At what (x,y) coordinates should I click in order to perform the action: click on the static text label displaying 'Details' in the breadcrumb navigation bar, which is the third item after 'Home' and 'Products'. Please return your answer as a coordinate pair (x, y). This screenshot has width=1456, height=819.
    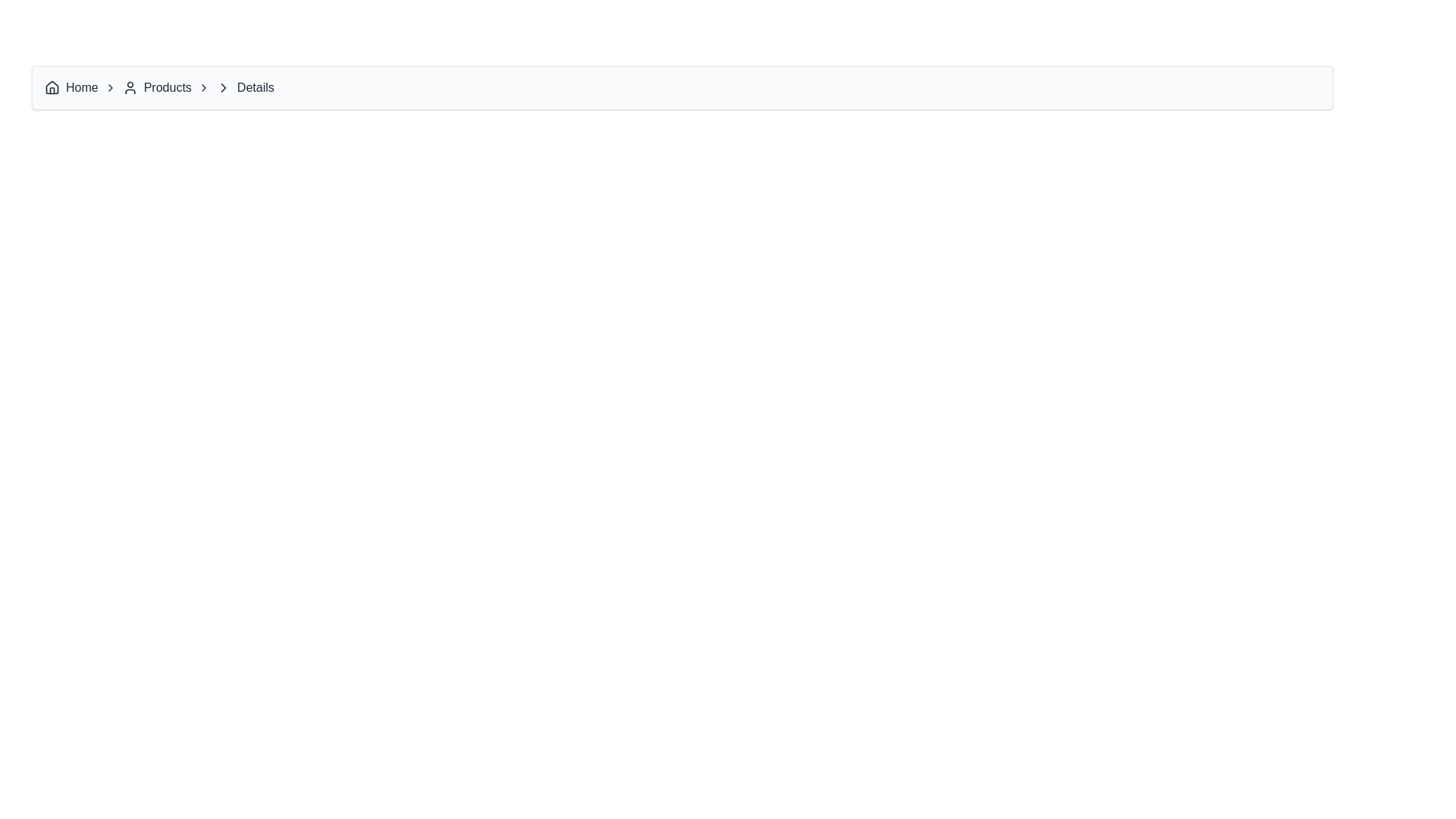
    Looking at the image, I should click on (245, 87).